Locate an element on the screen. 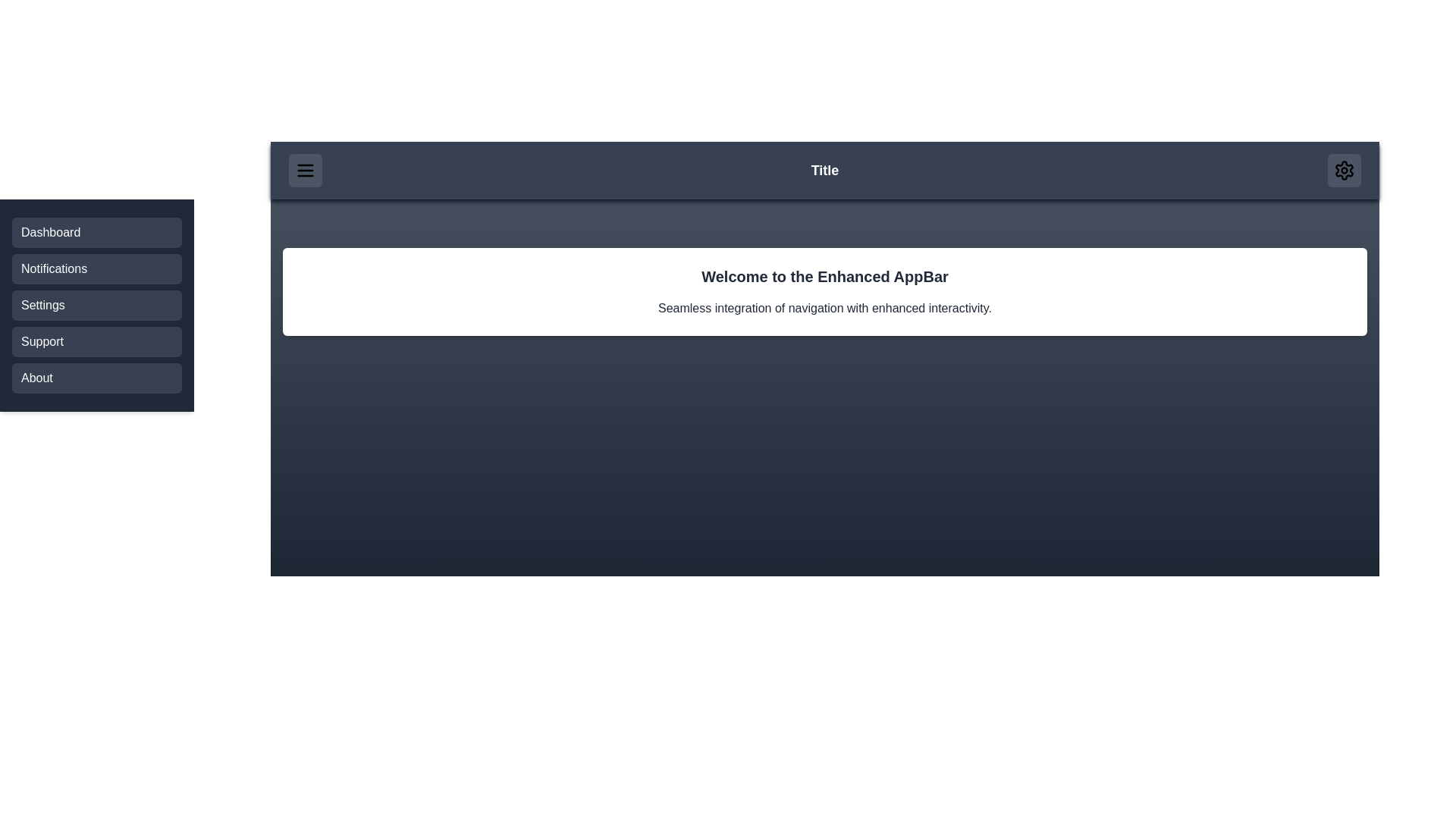 This screenshot has height=819, width=1456. the menu button to toggle the visibility of the menu is located at coordinates (305, 170).